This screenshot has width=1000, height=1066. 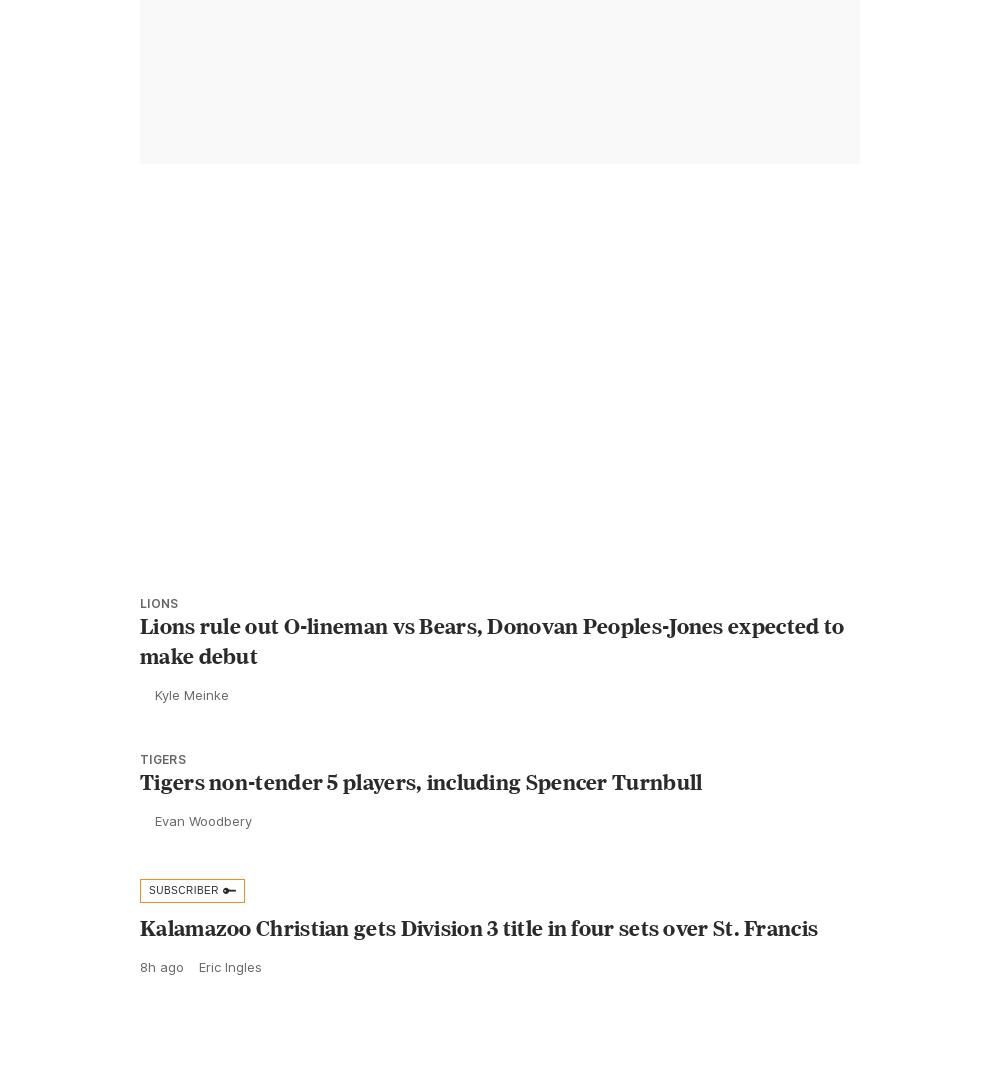 I want to click on 'Lions', so click(x=159, y=646).